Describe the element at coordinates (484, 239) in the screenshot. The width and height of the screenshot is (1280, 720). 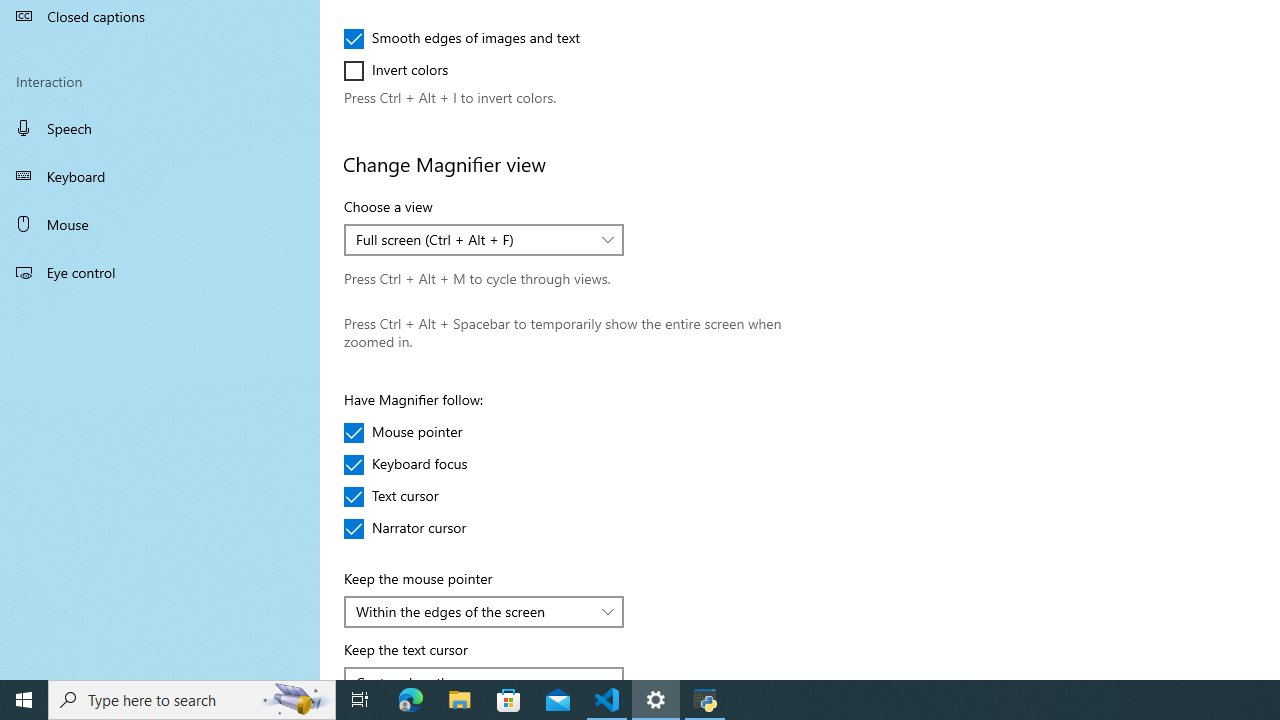
I see `'Choose a view'` at that location.